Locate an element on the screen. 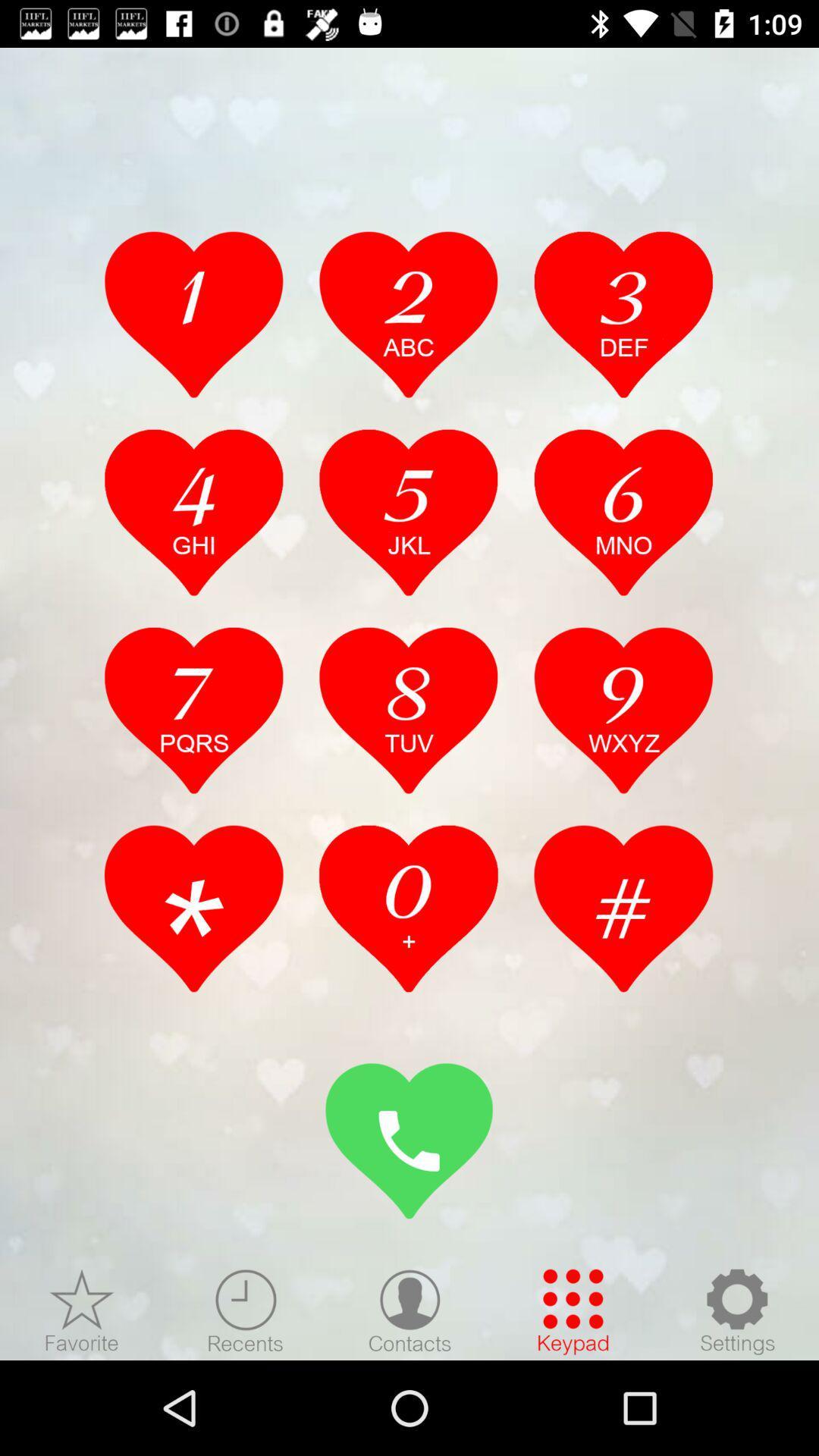 The height and width of the screenshot is (1456, 819). keypad is located at coordinates (573, 1310).